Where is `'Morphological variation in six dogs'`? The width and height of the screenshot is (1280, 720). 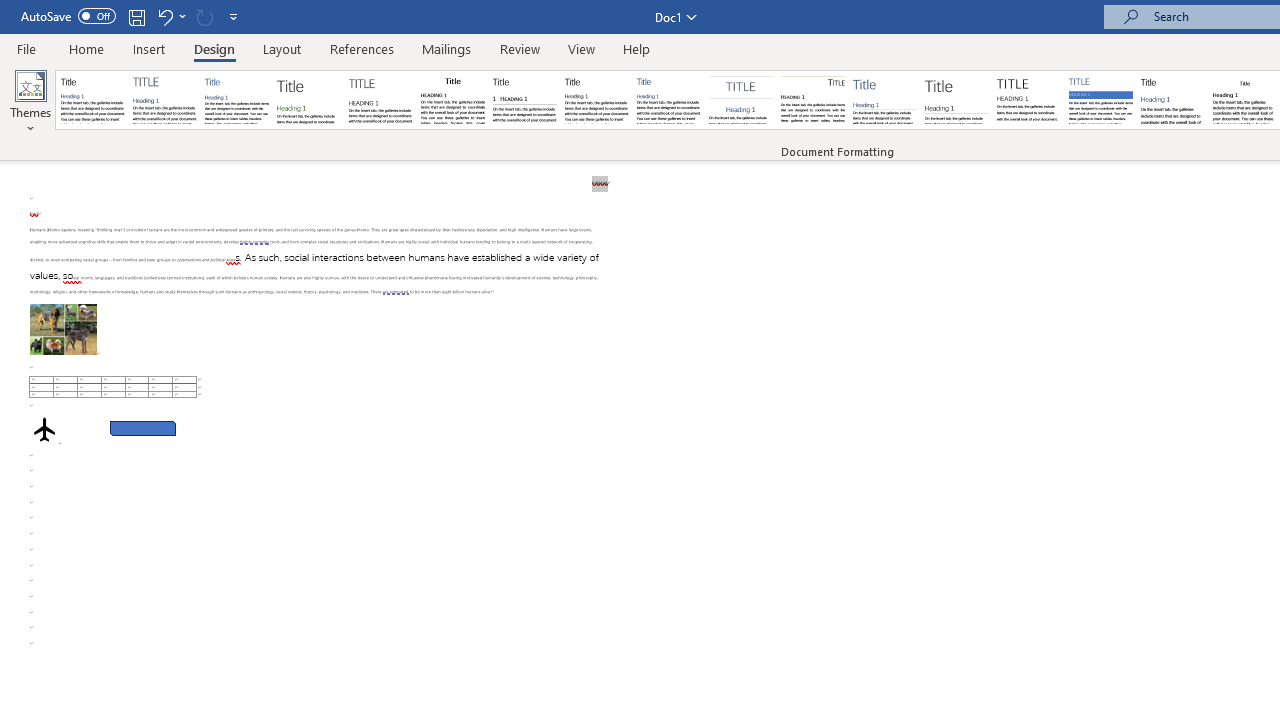
'Morphological variation in six dogs' is located at coordinates (63, 328).